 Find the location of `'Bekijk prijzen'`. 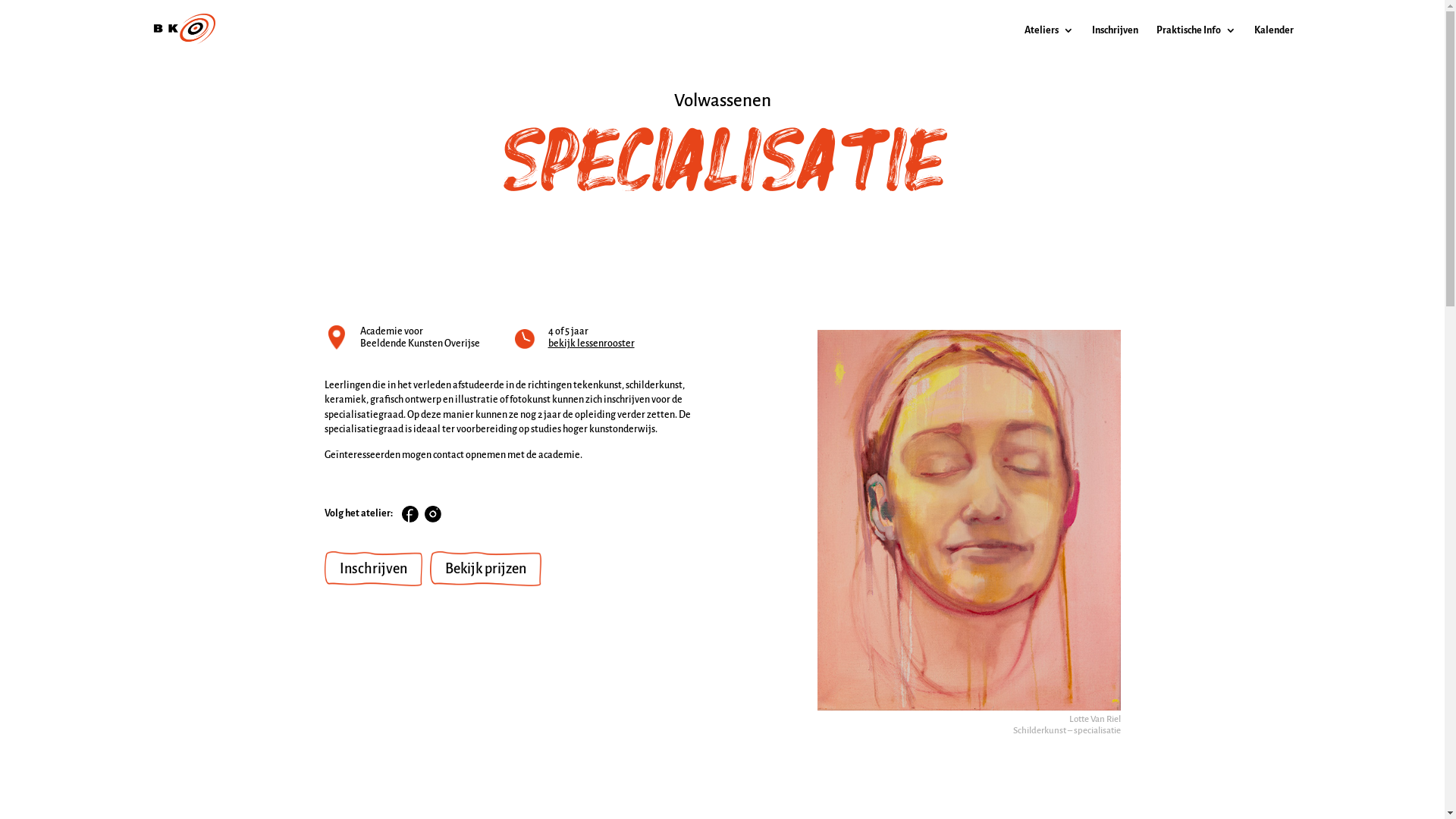

'Bekijk prijzen' is located at coordinates (484, 568).